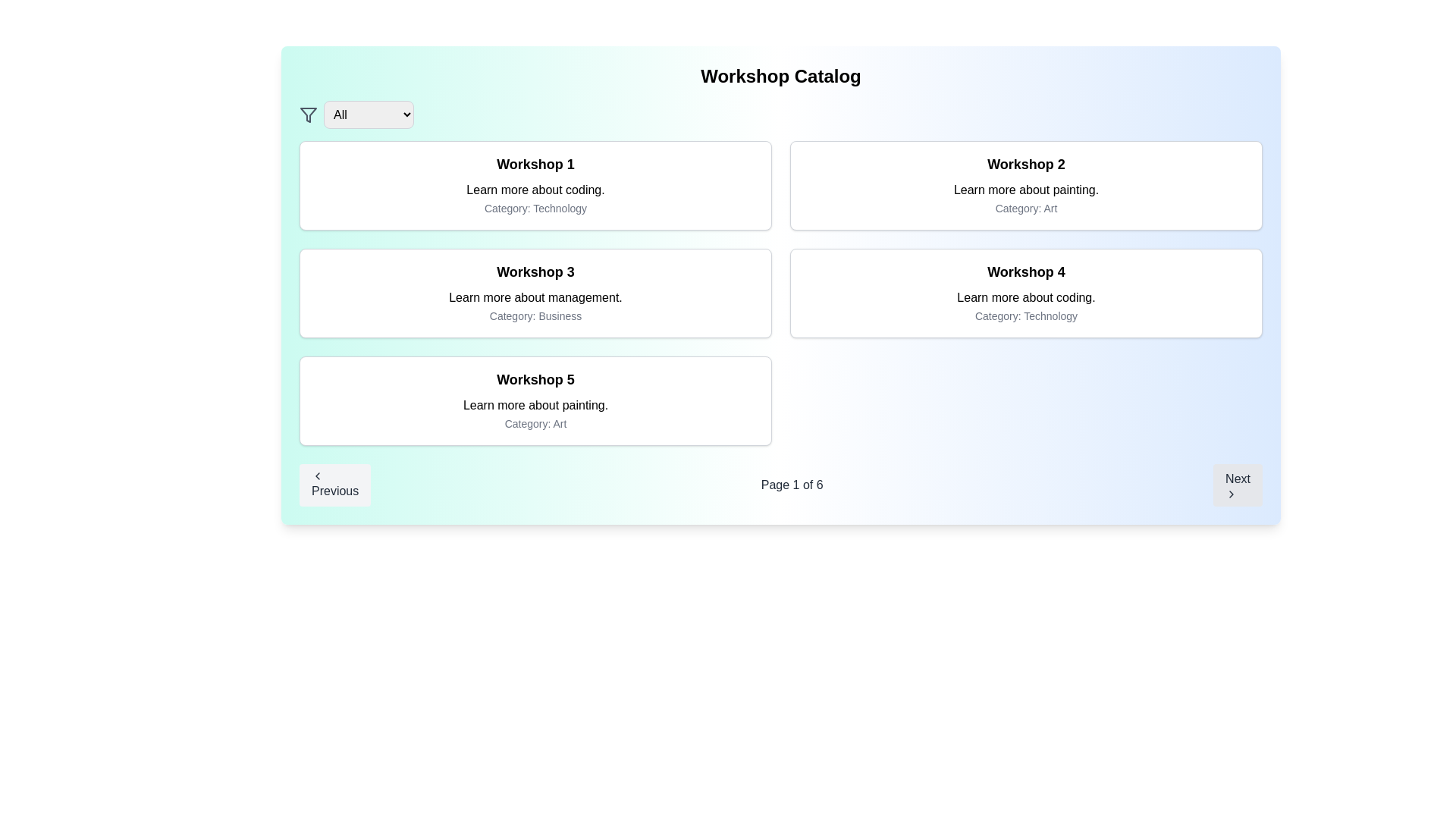 This screenshot has width=1456, height=819. I want to click on the static text label indicating the category of the workshop, which is 'Art', located at the bottom of the card for 'Workshop 5', so click(535, 424).